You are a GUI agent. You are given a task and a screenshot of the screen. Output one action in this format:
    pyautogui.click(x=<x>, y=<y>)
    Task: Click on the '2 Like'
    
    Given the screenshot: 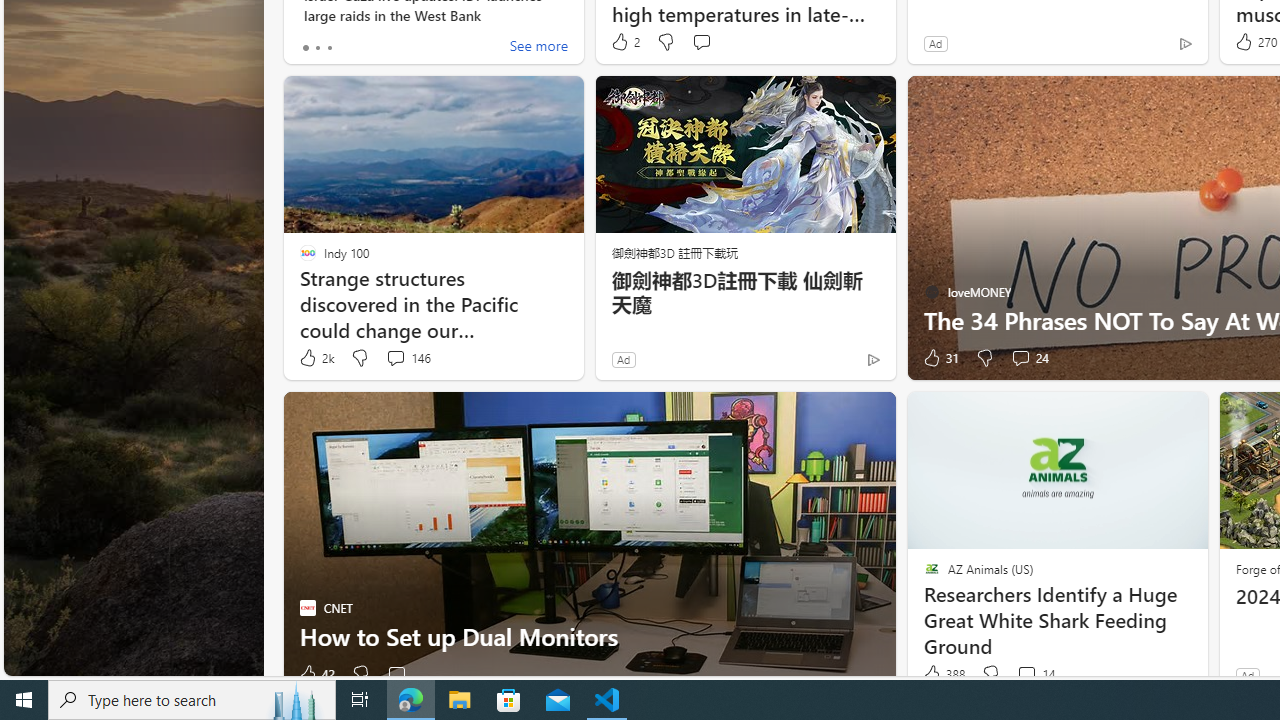 What is the action you would take?
    pyautogui.click(x=623, y=42)
    